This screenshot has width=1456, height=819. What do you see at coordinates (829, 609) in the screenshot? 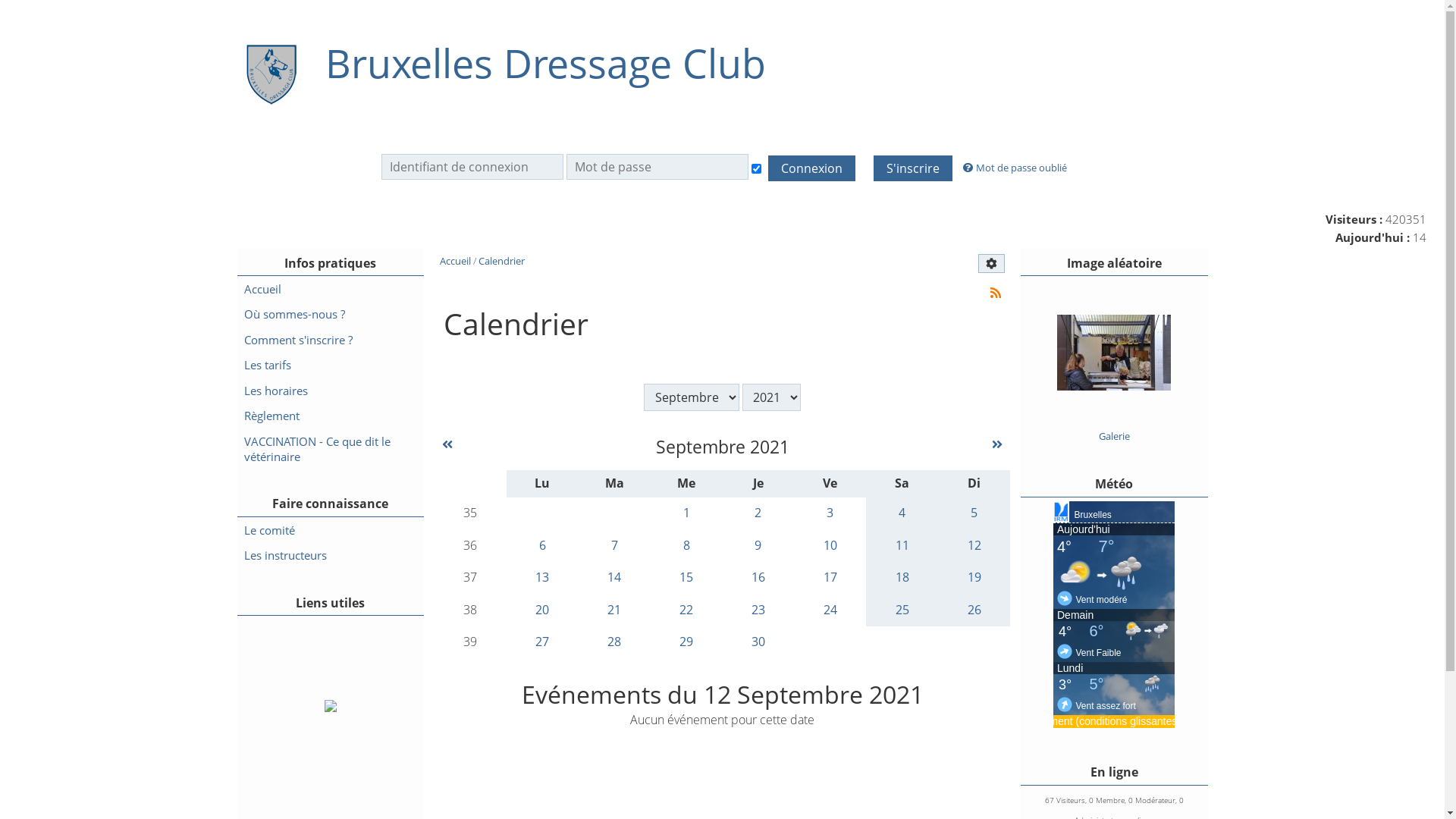
I see `'24'` at bounding box center [829, 609].